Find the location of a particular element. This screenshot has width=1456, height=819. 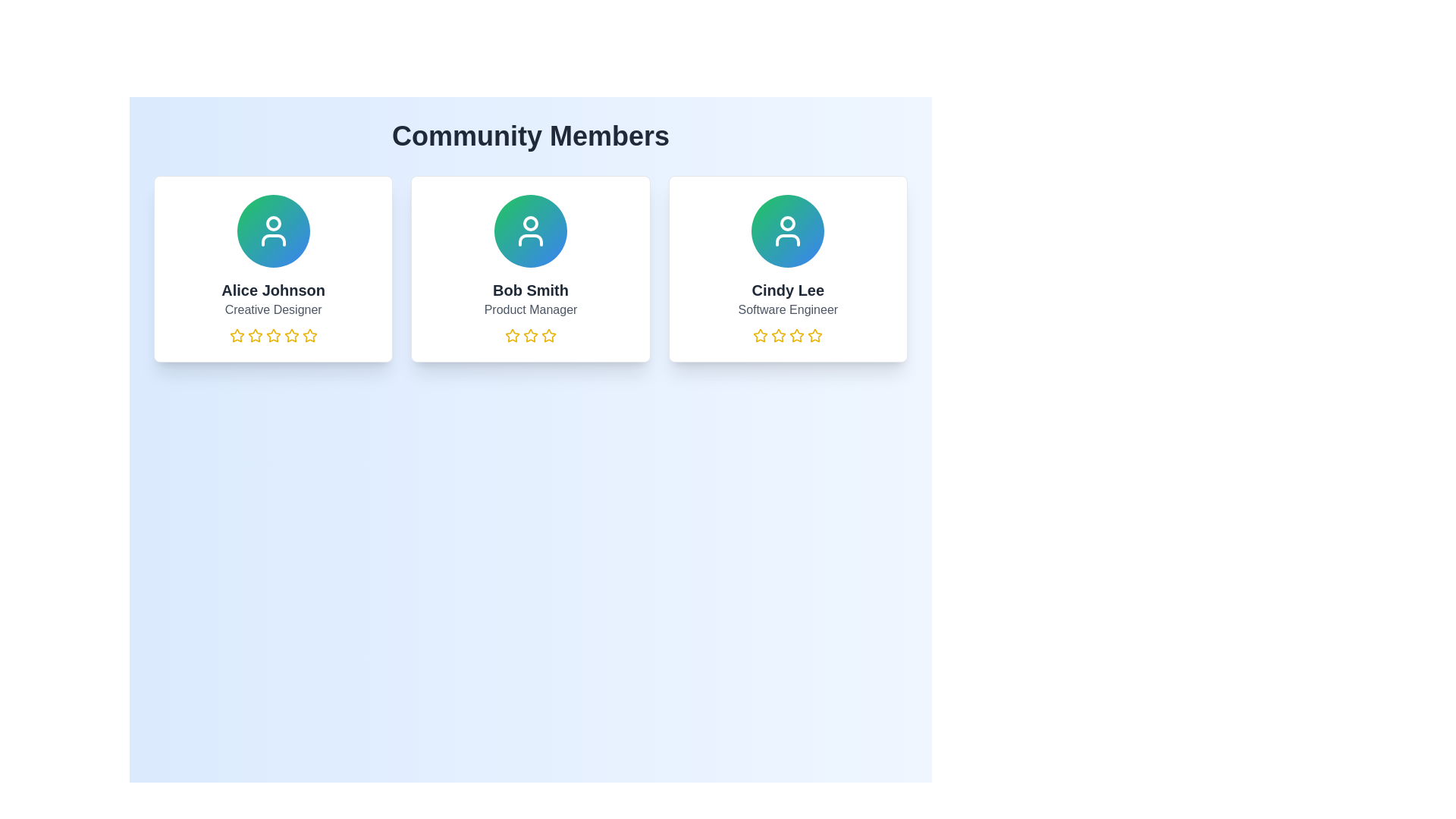

the first yellow star icon indicating a rating in the review system below the profile card of 'Alice Johnson' is located at coordinates (236, 335).